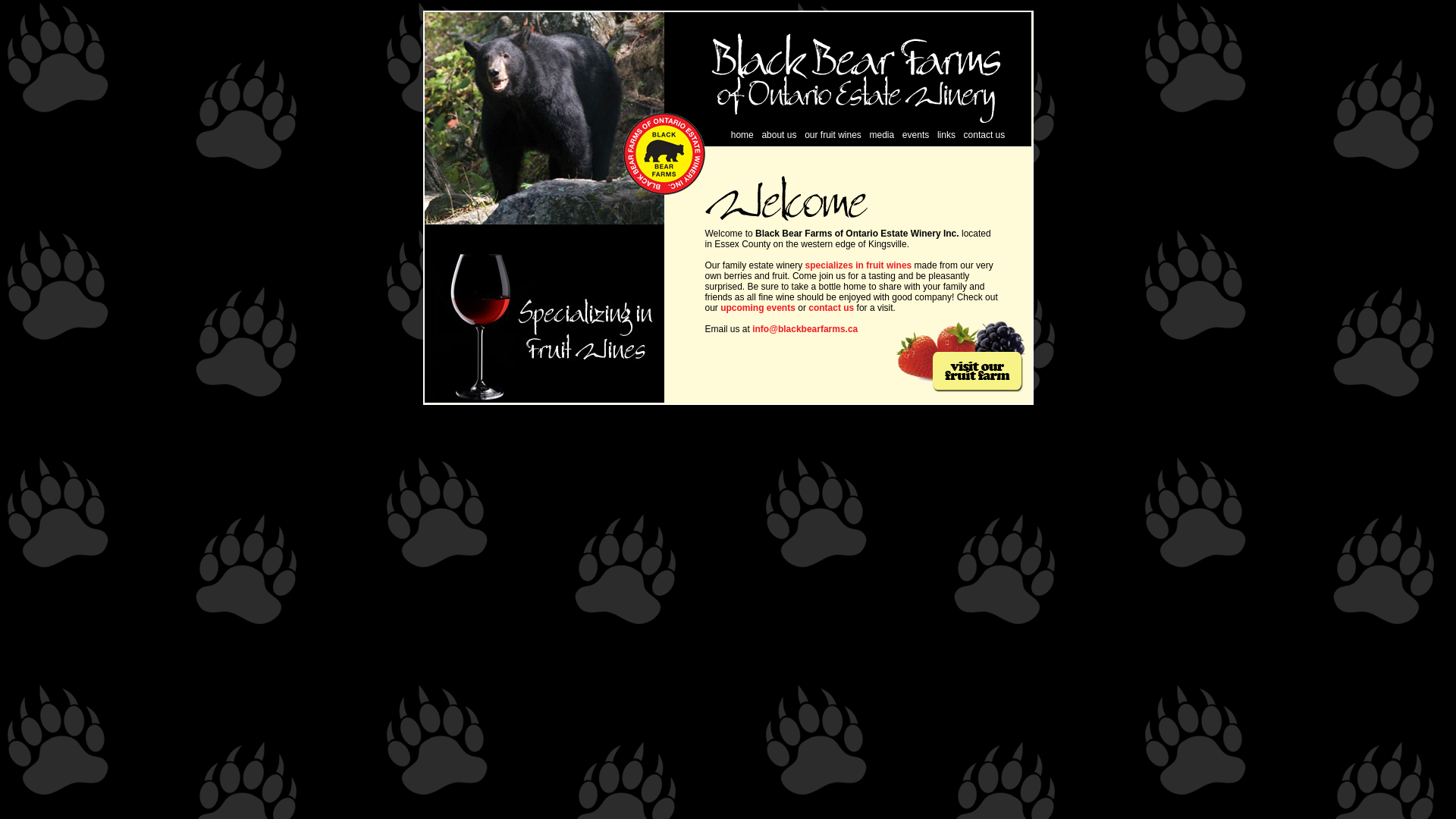 This screenshot has height=819, width=1456. I want to click on 'about us', so click(761, 133).